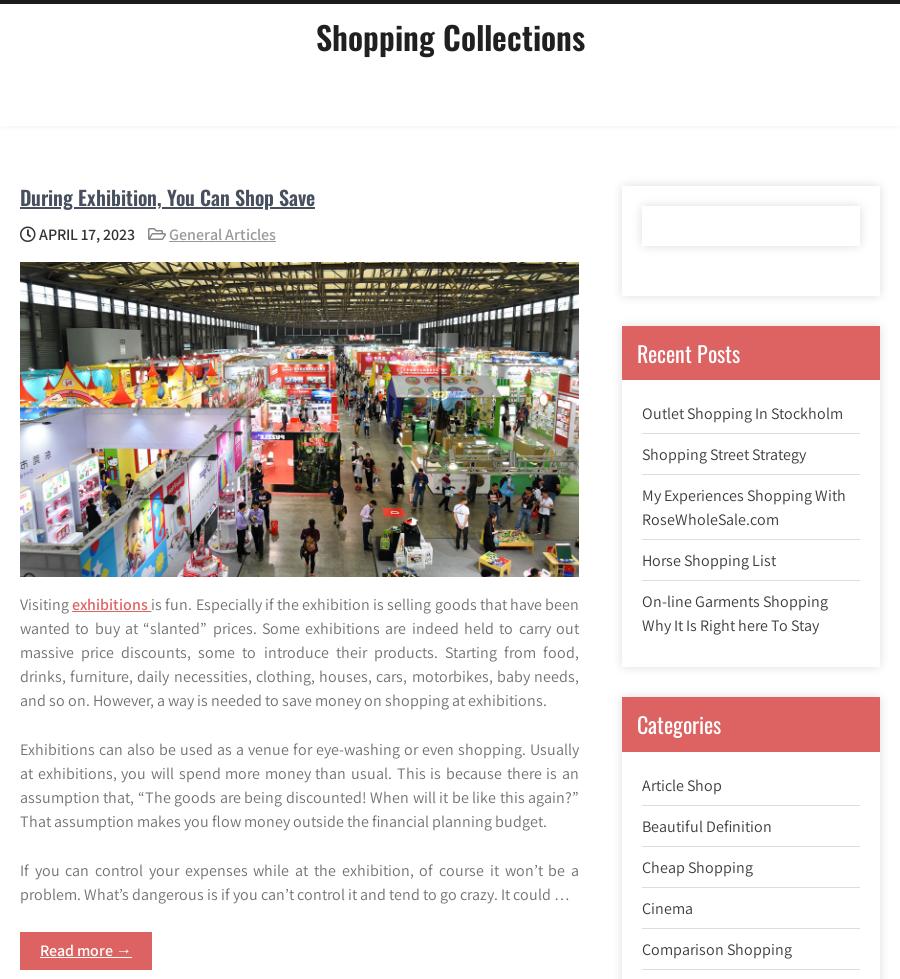 The height and width of the screenshot is (979, 900). I want to click on 'Categories', so click(677, 722).